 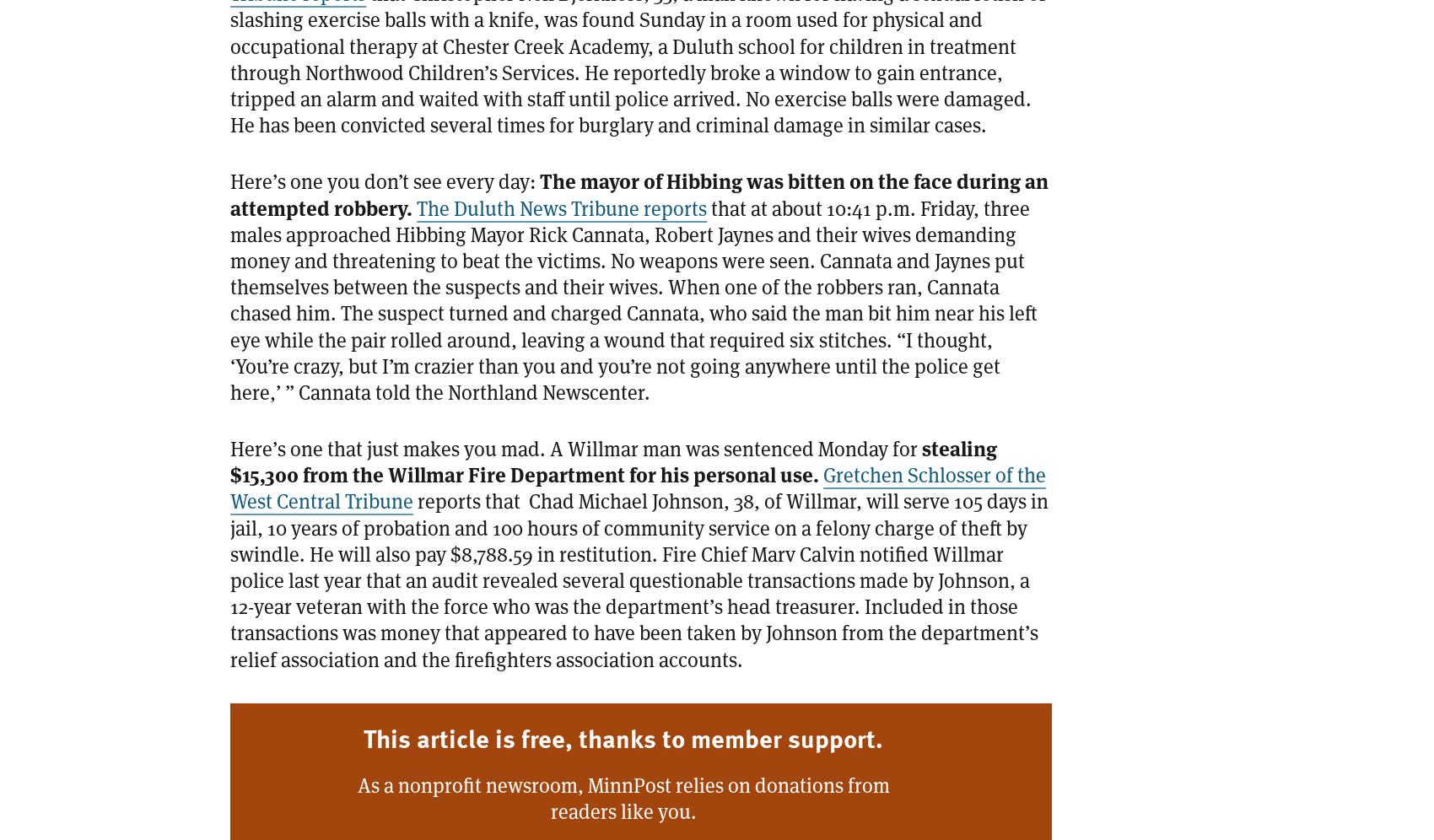 What do you see at coordinates (639, 580) in the screenshot?
I see `'reports that  Chad Michael Johnson, 38, of Willmar, will serve 105 days in jail, 10 years of probation and 100 hours of community service on a felony charge of theft by swindle. He will also pay $8,788.59 in restitution. Fire Chief Marv Calvin notified Willmar police last year that an audit revealed several questionable transactions made by Johnson, a 12-year veteran with the force who was the department’s head treasurer. Included in those transactions was money that appeared to have been taken by Johnson from the department’s relief association and the firefighters association accounts.'` at bounding box center [639, 580].